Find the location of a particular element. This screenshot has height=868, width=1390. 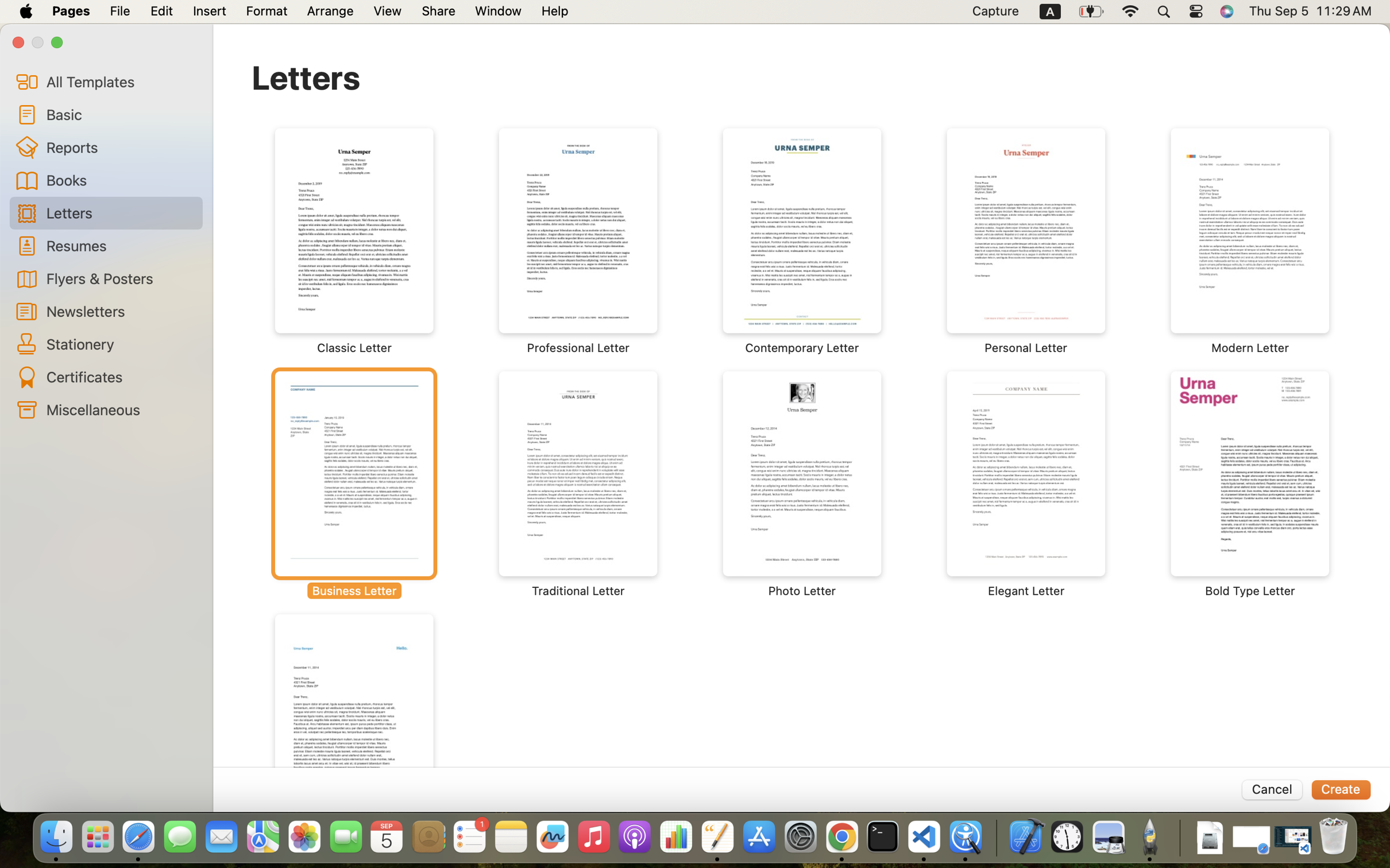

'Stationery' is located at coordinates (119, 343).